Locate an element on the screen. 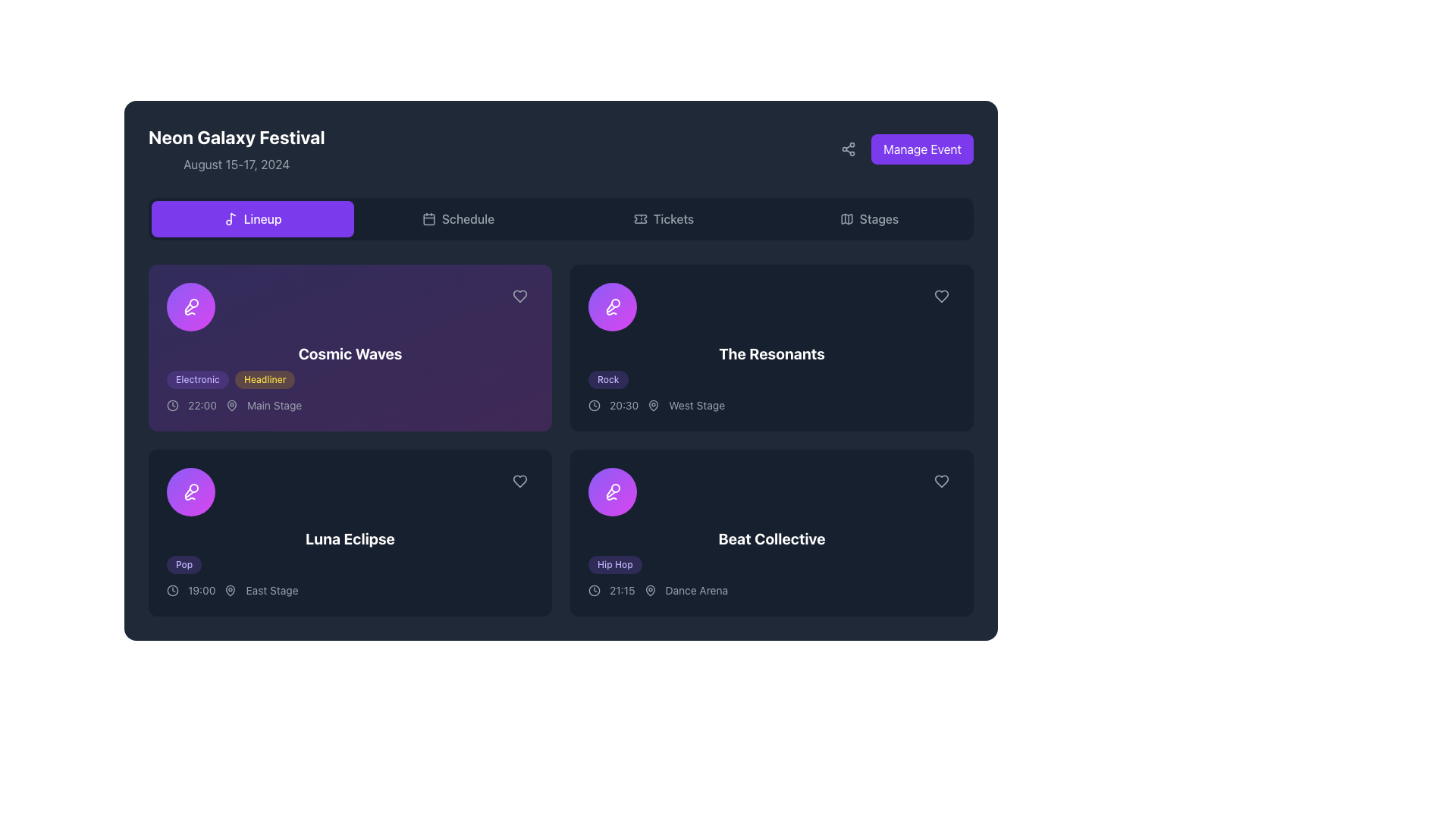  the 'Stages' button, which is the fourth tab in the horizontal tab bar is located at coordinates (869, 219).